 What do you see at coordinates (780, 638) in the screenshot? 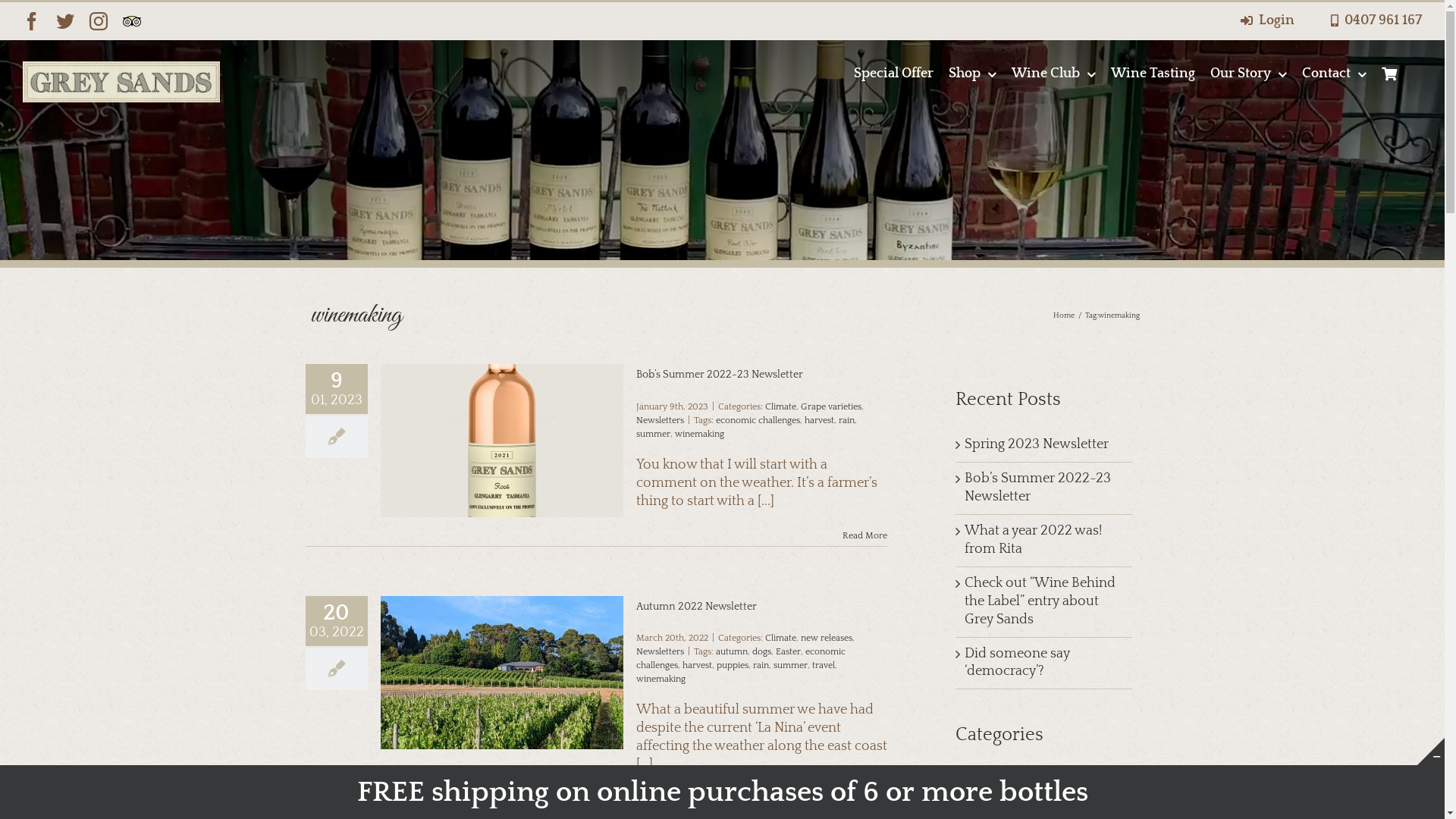
I see `'Climate'` at bounding box center [780, 638].